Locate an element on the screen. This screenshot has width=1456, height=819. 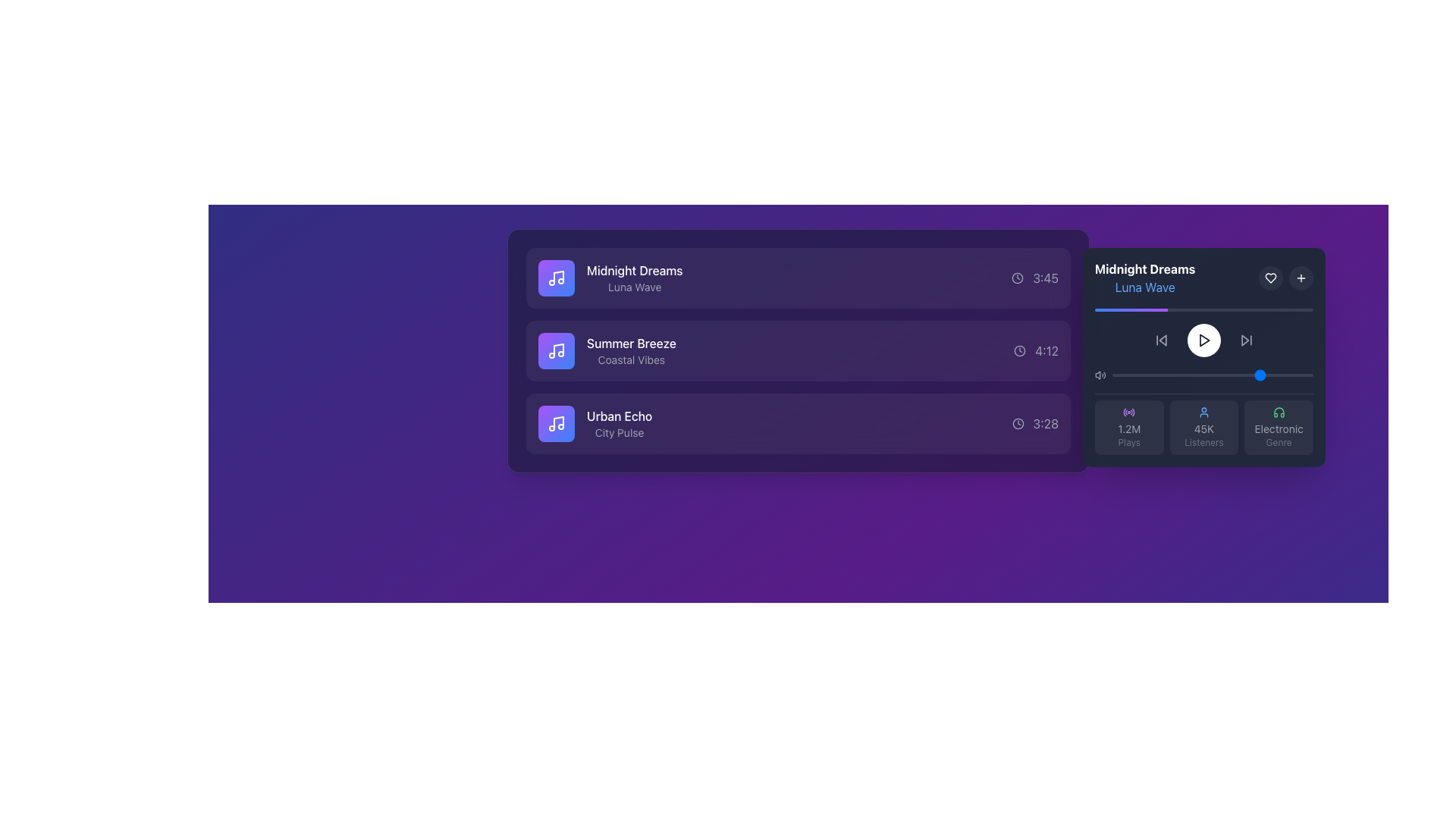
the song title text label that is the third item in a vertically aligned list, displayed above the smaller text 'City Pulse' is located at coordinates (620, 416).